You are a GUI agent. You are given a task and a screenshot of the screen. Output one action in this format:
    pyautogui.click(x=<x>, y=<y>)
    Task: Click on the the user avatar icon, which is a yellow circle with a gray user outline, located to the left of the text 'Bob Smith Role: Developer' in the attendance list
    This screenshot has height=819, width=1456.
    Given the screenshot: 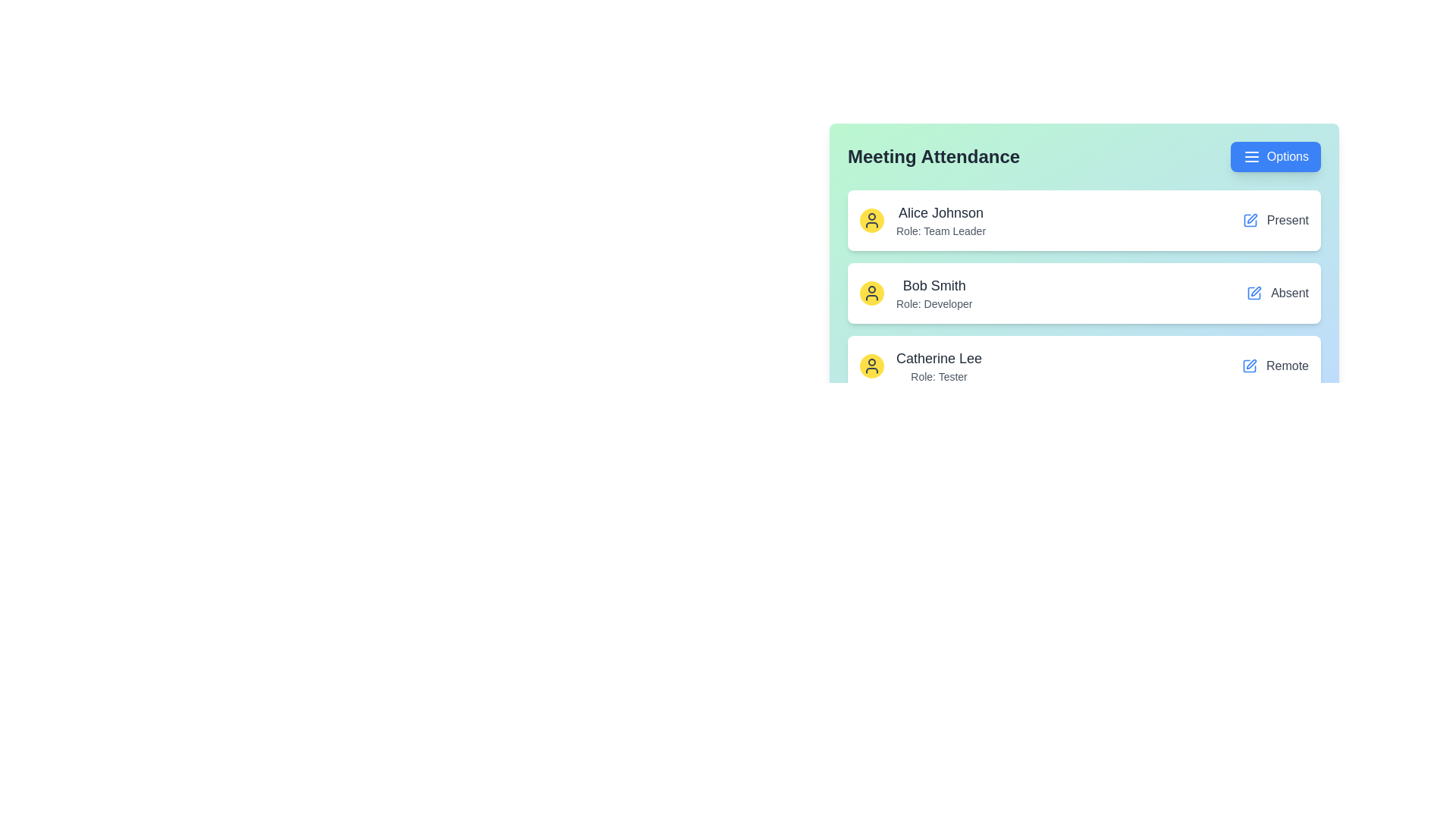 What is the action you would take?
    pyautogui.click(x=872, y=293)
    